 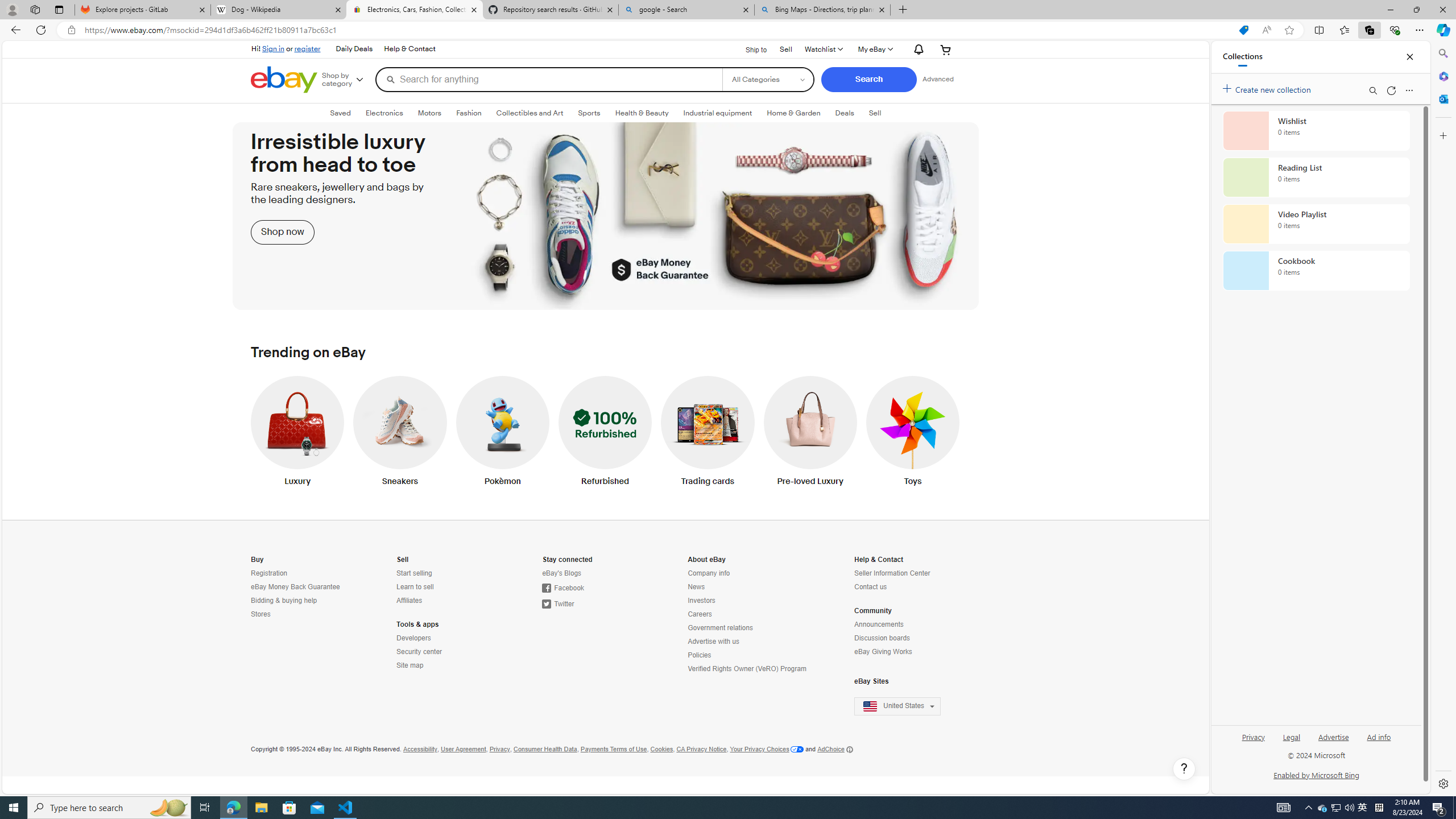 What do you see at coordinates (297, 433) in the screenshot?
I see `'Luxury'` at bounding box center [297, 433].